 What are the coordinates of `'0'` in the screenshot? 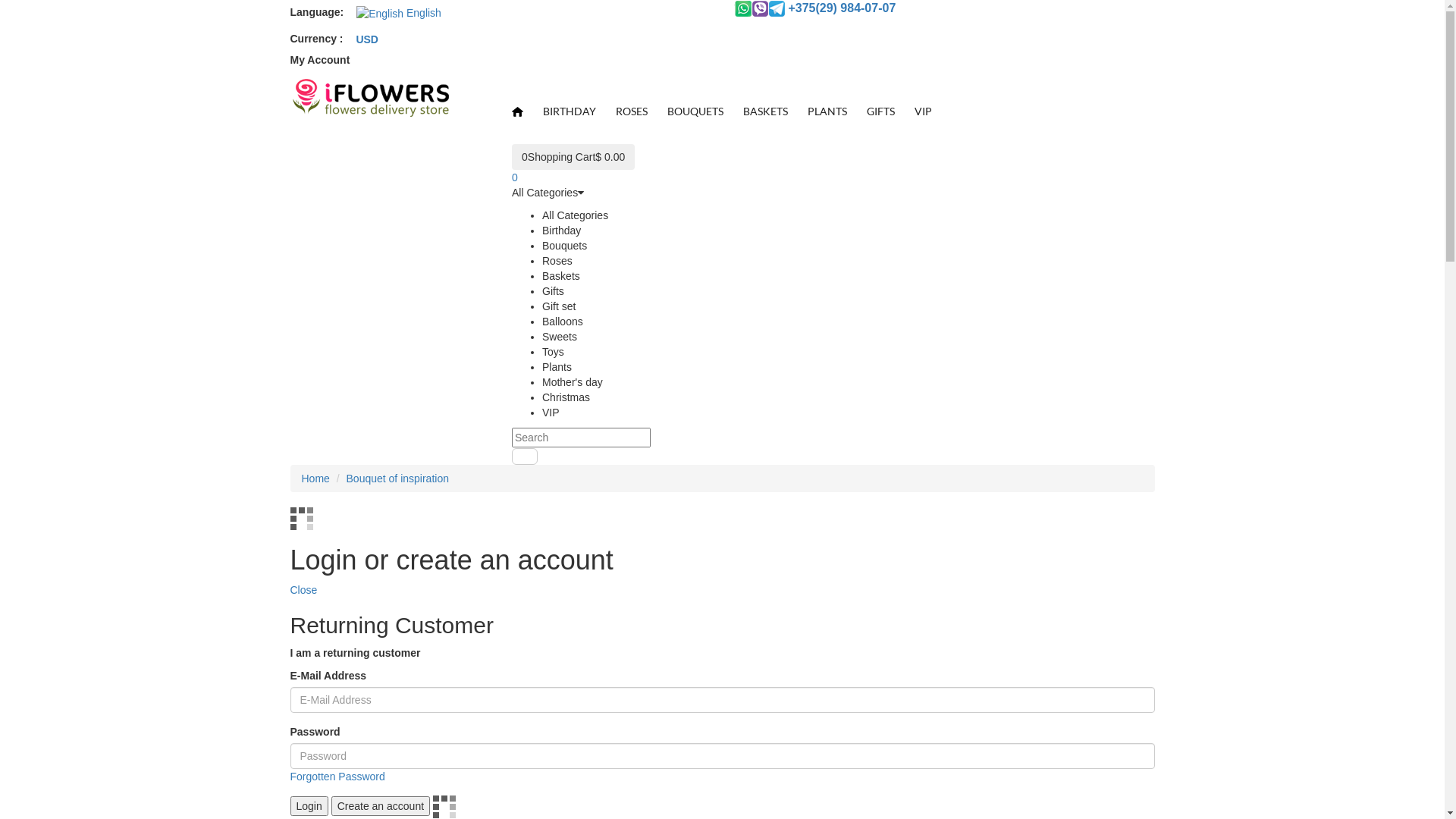 It's located at (512, 177).